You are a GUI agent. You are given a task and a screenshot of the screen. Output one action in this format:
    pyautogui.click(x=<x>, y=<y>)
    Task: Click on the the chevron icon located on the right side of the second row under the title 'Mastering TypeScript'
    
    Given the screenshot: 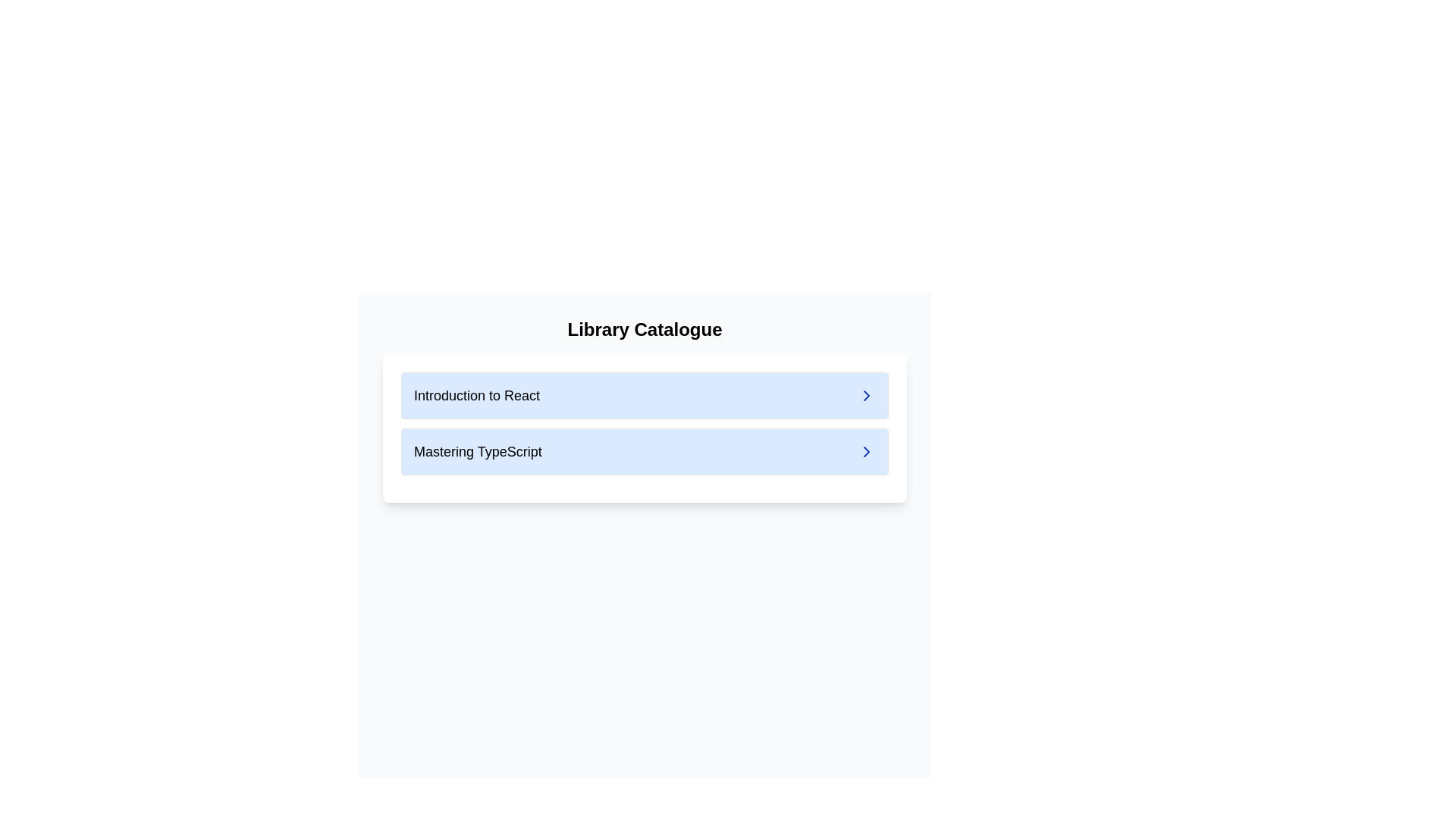 What is the action you would take?
    pyautogui.click(x=866, y=451)
    